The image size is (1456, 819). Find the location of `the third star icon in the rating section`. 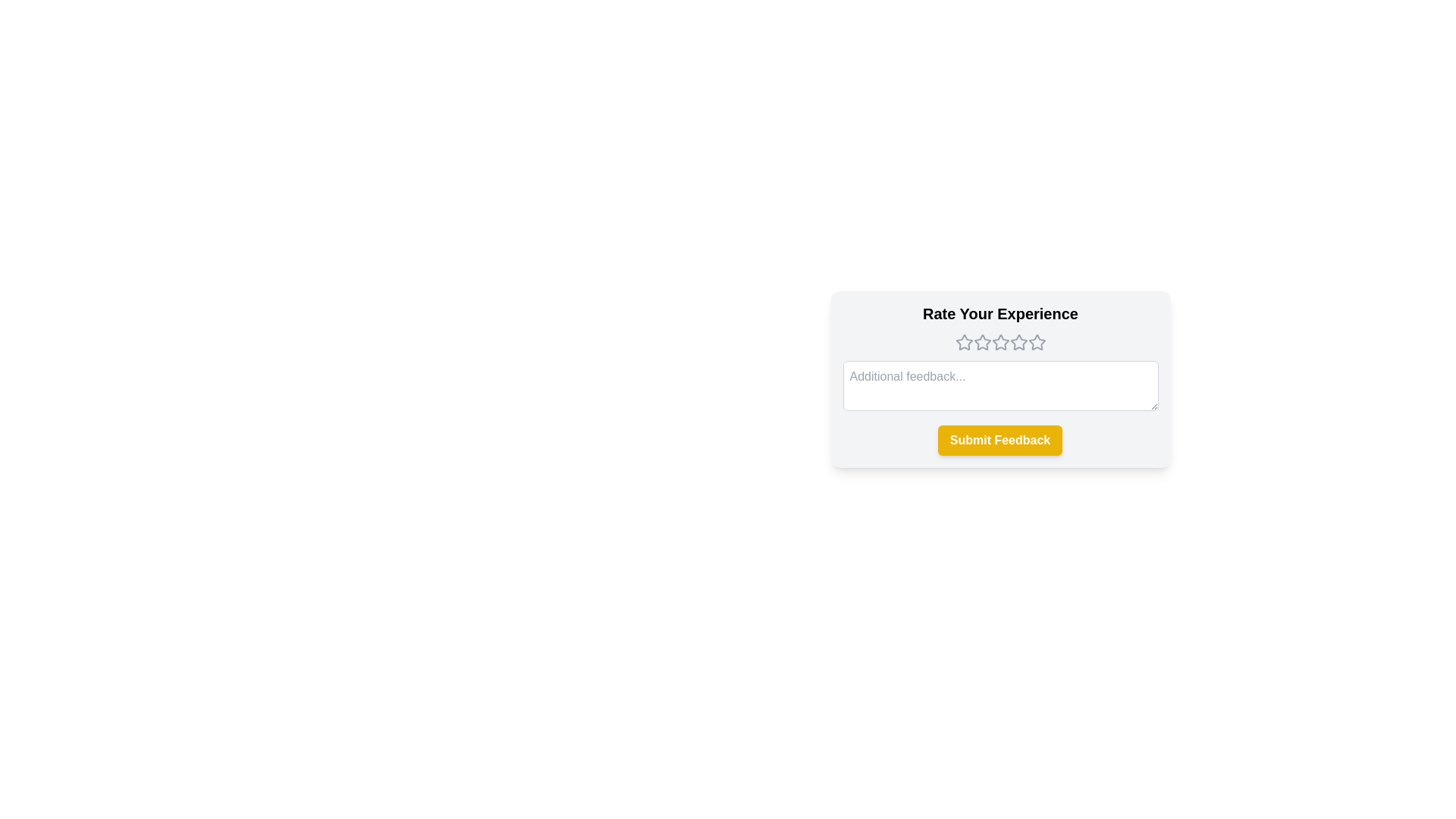

the third star icon in the rating section is located at coordinates (982, 342).